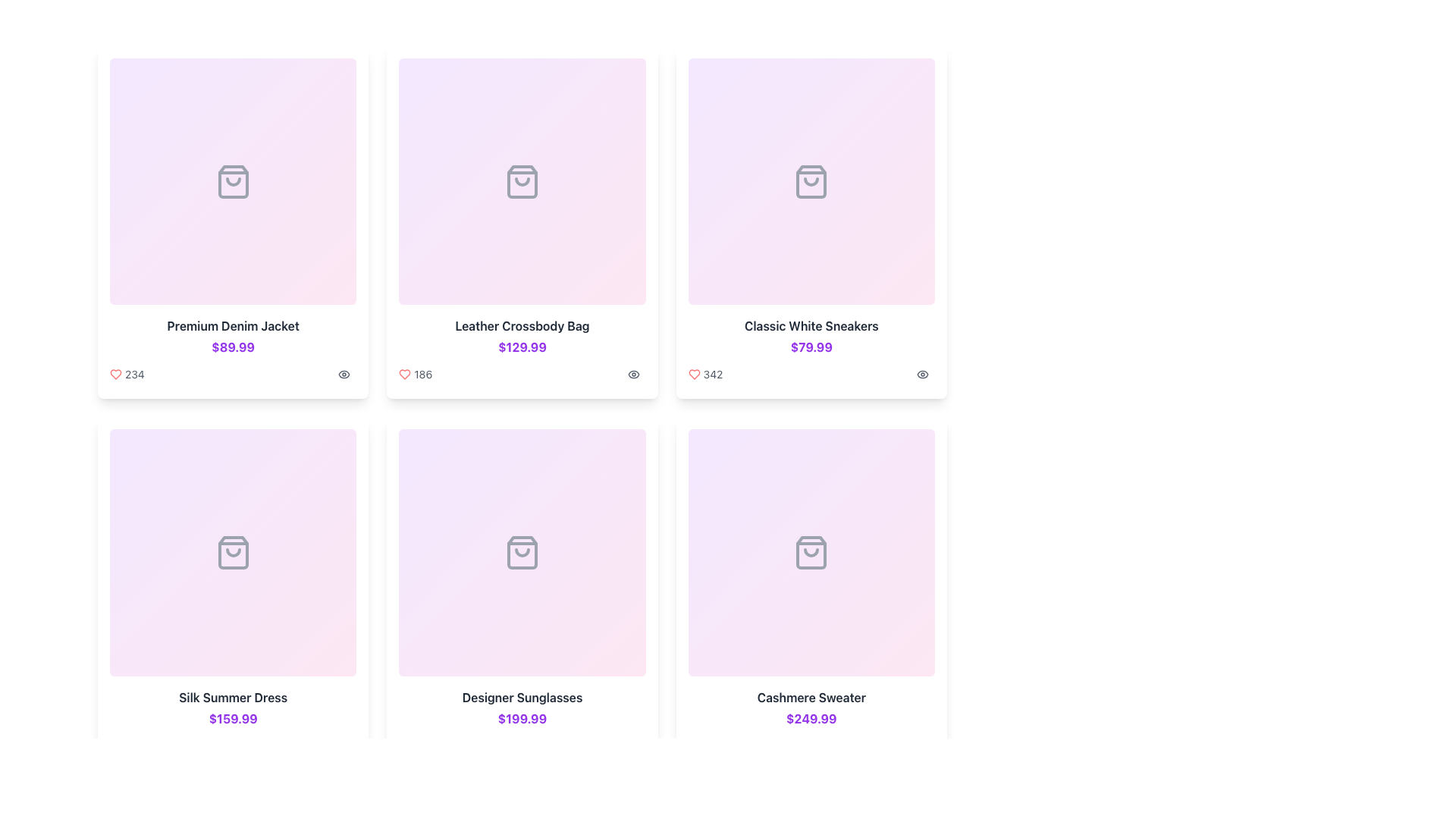 The width and height of the screenshot is (1456, 819). What do you see at coordinates (232, 180) in the screenshot?
I see `the gray-colored shopping bag icon with rounded edges located in the upper-left card of a grid layout, centered above the text 'Premium Denim Jacket' and the price` at bounding box center [232, 180].